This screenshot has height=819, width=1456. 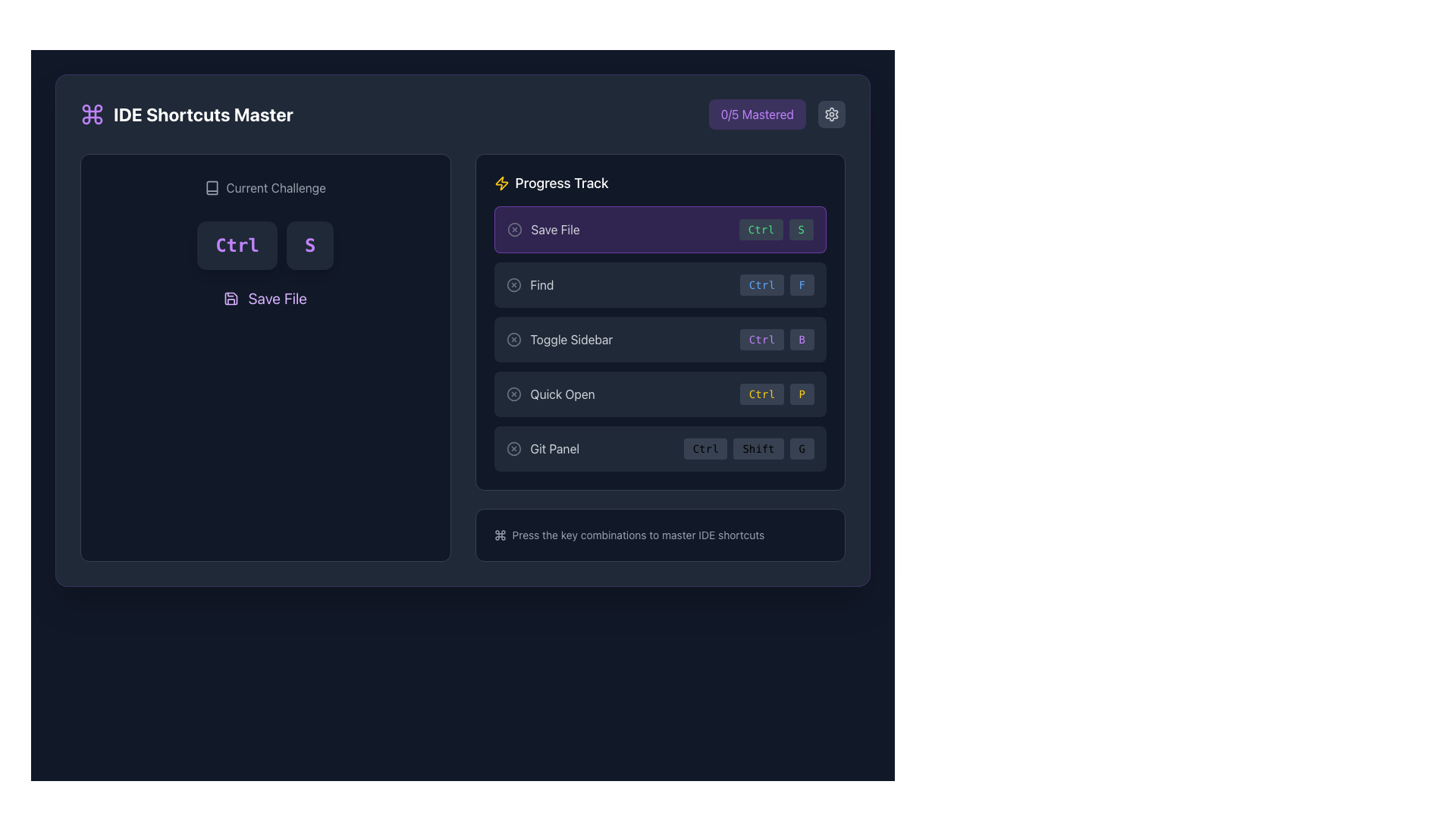 I want to click on text content of the Label indicating the keyboard shortcut 'Ctrl+F' located beside the 'Find' label in the Progress Track list, so click(x=777, y=284).